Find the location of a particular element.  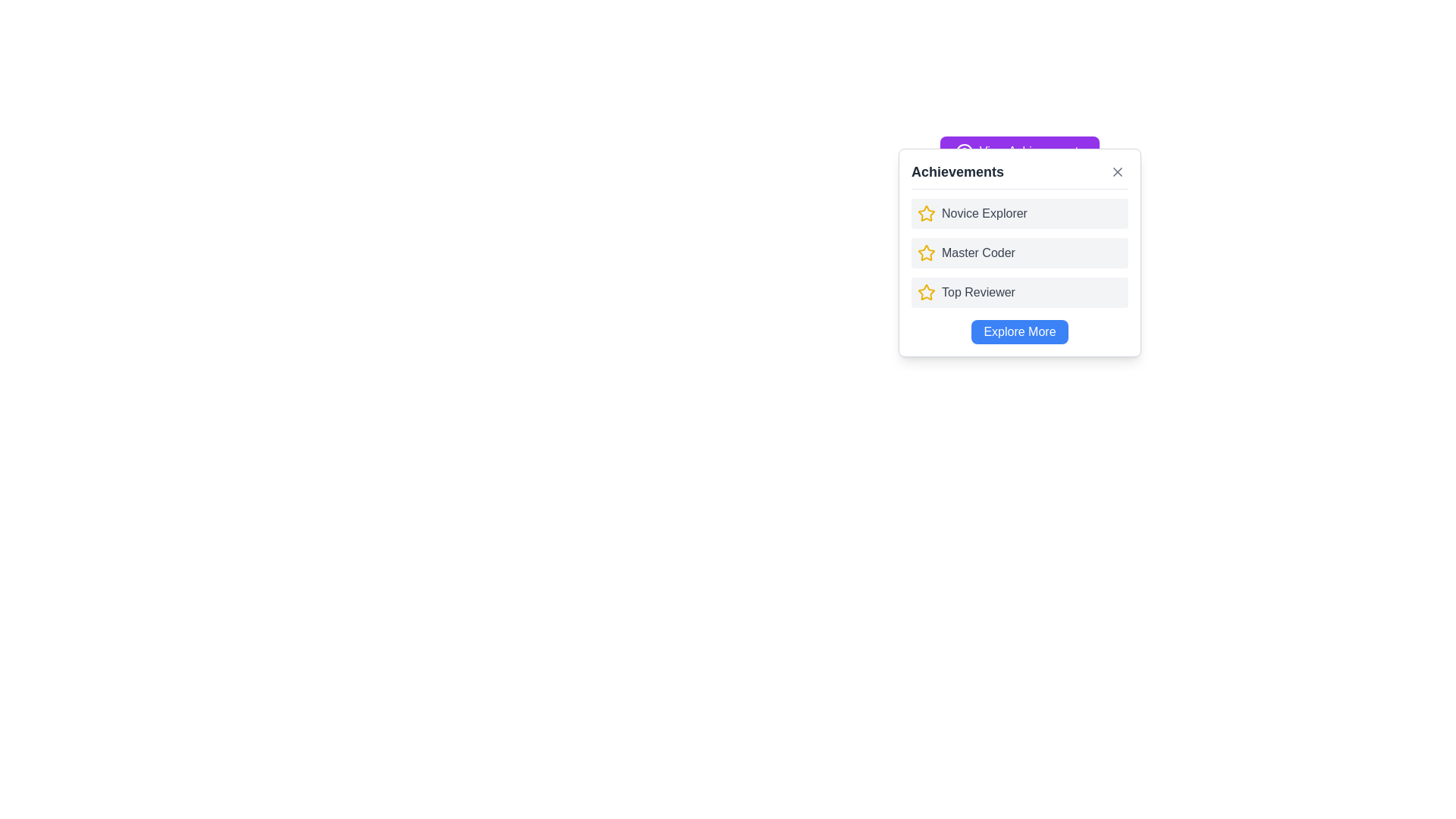

the second star-shaped icon outlined in yellow, which is located within the 'Achievements' popup box next to the entry labeled 'Master Coder' is located at coordinates (926, 213).